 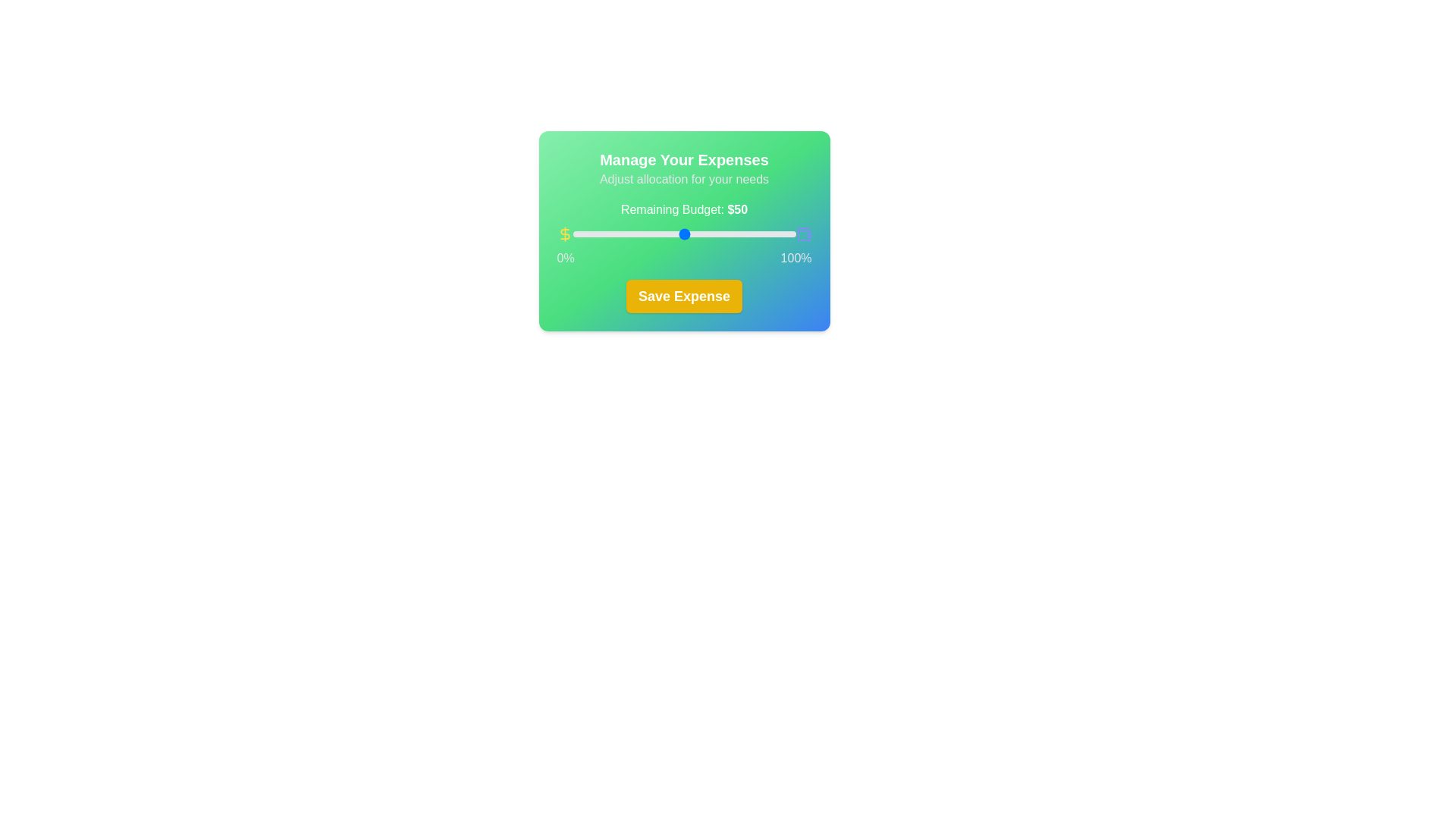 I want to click on the slider to set the budget allocation to 66%, so click(x=719, y=234).